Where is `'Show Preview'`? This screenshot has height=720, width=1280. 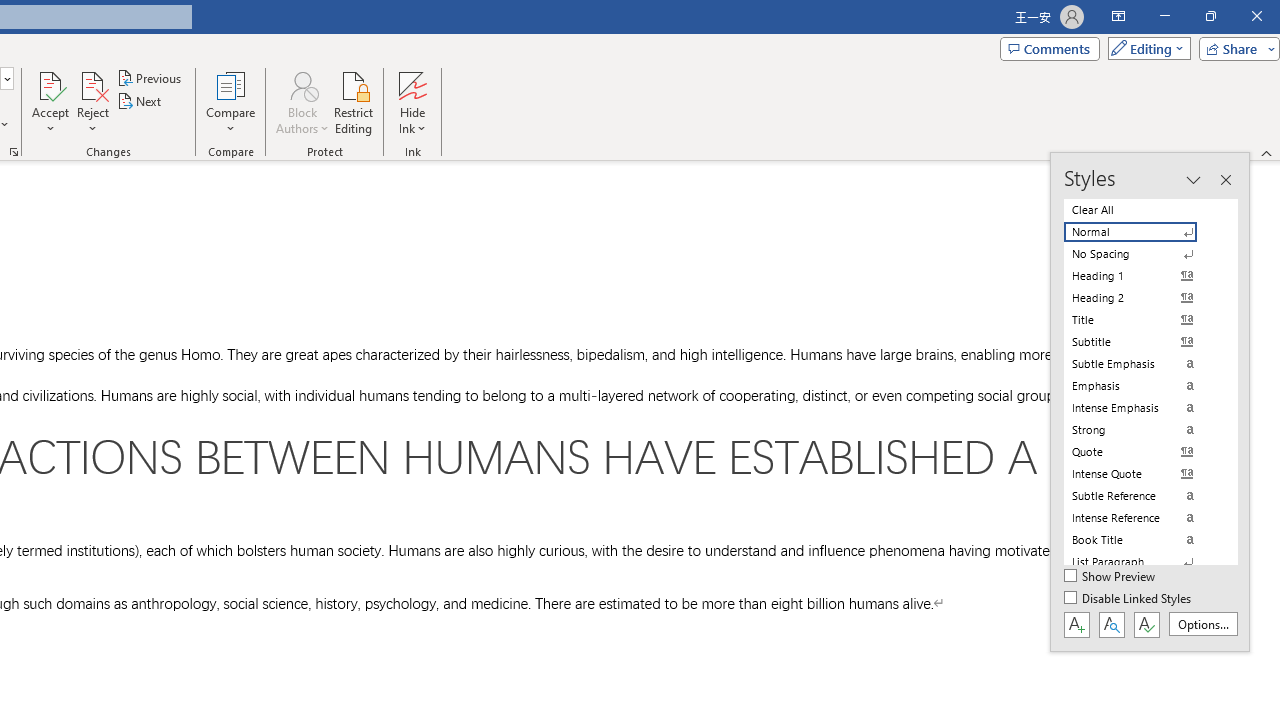
'Show Preview' is located at coordinates (1110, 577).